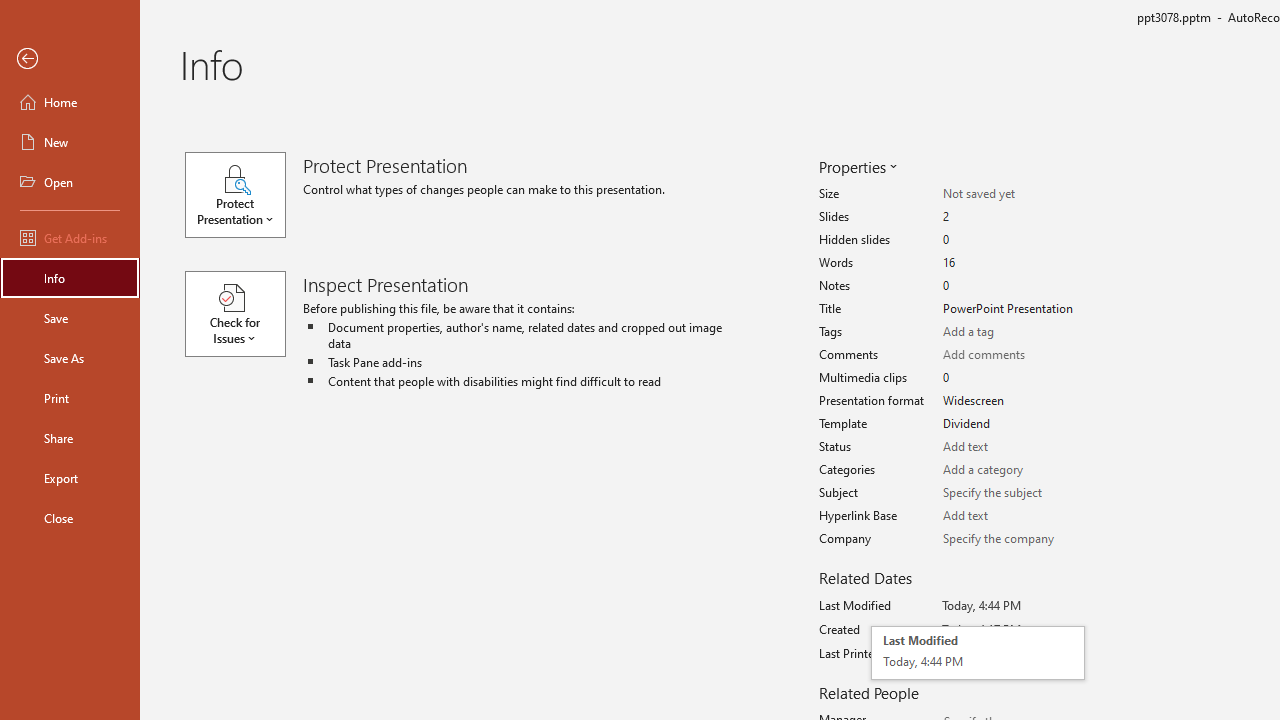 The height and width of the screenshot is (720, 1280). What do you see at coordinates (69, 356) in the screenshot?
I see `'Save As'` at bounding box center [69, 356].